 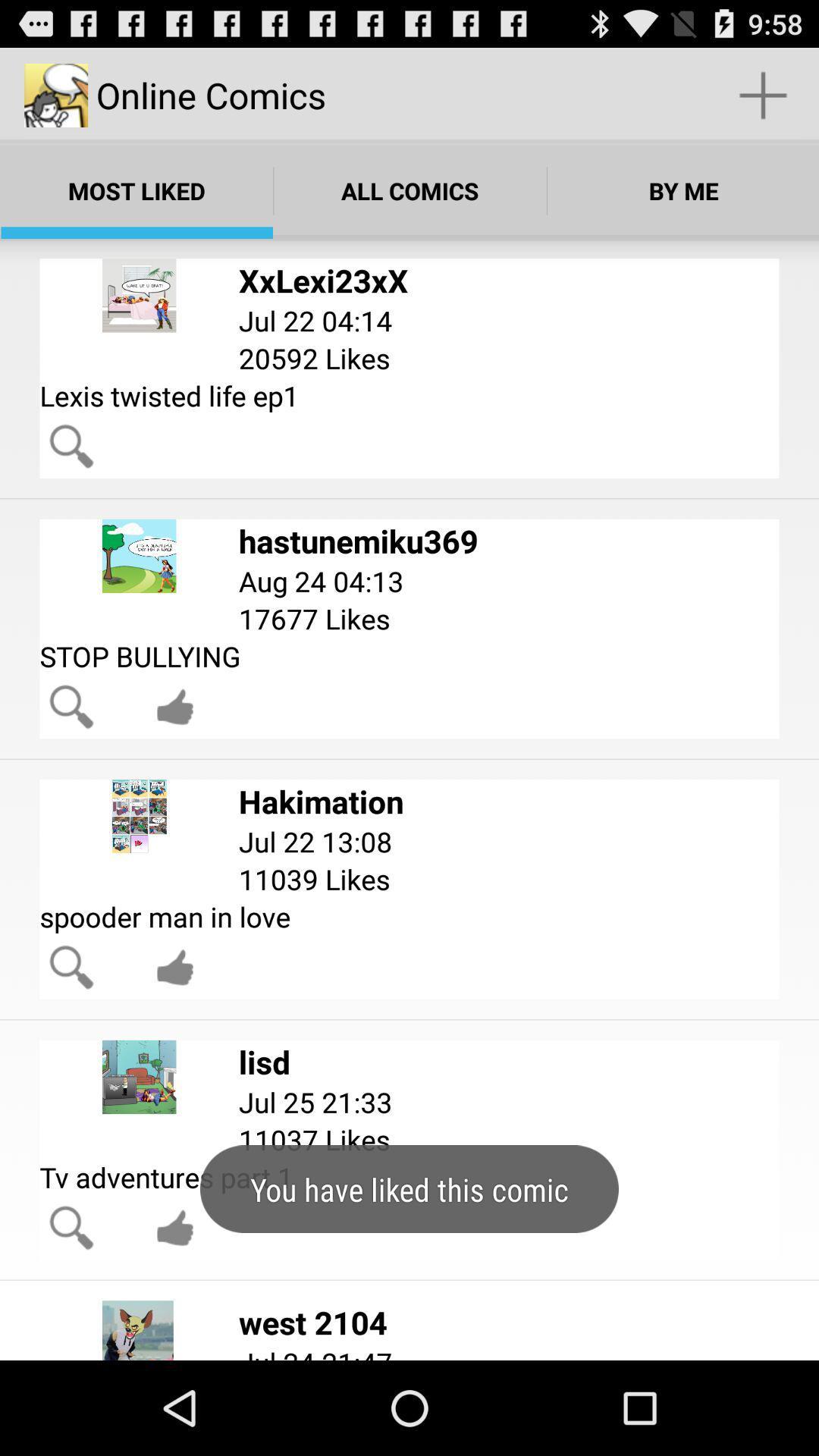 What do you see at coordinates (71, 445) in the screenshot?
I see `expand view` at bounding box center [71, 445].